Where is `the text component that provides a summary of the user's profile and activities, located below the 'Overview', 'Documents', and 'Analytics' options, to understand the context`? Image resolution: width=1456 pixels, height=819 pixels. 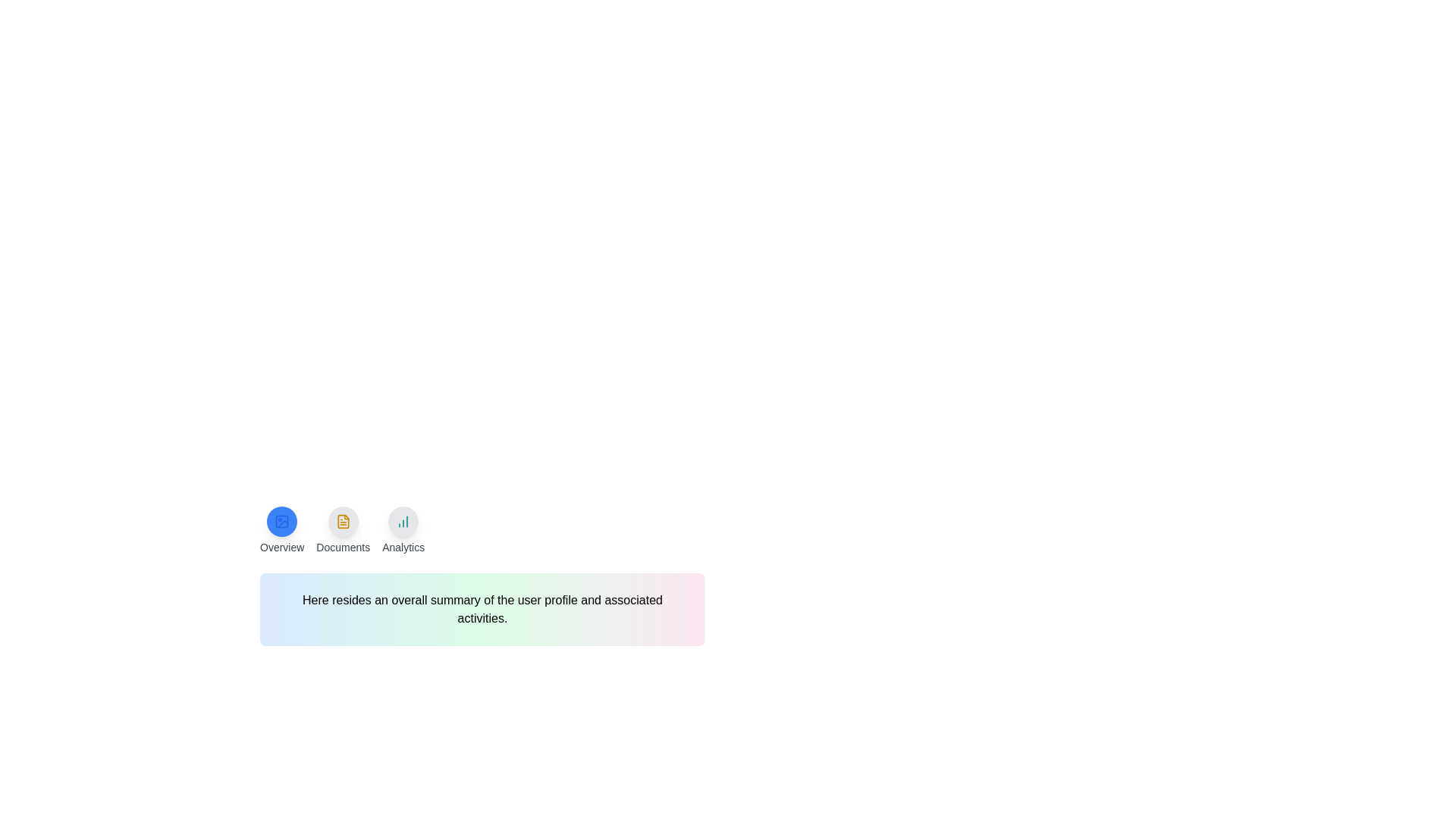
the text component that provides a summary of the user's profile and activities, located below the 'Overview', 'Documents', and 'Analytics' options, to understand the context is located at coordinates (482, 608).